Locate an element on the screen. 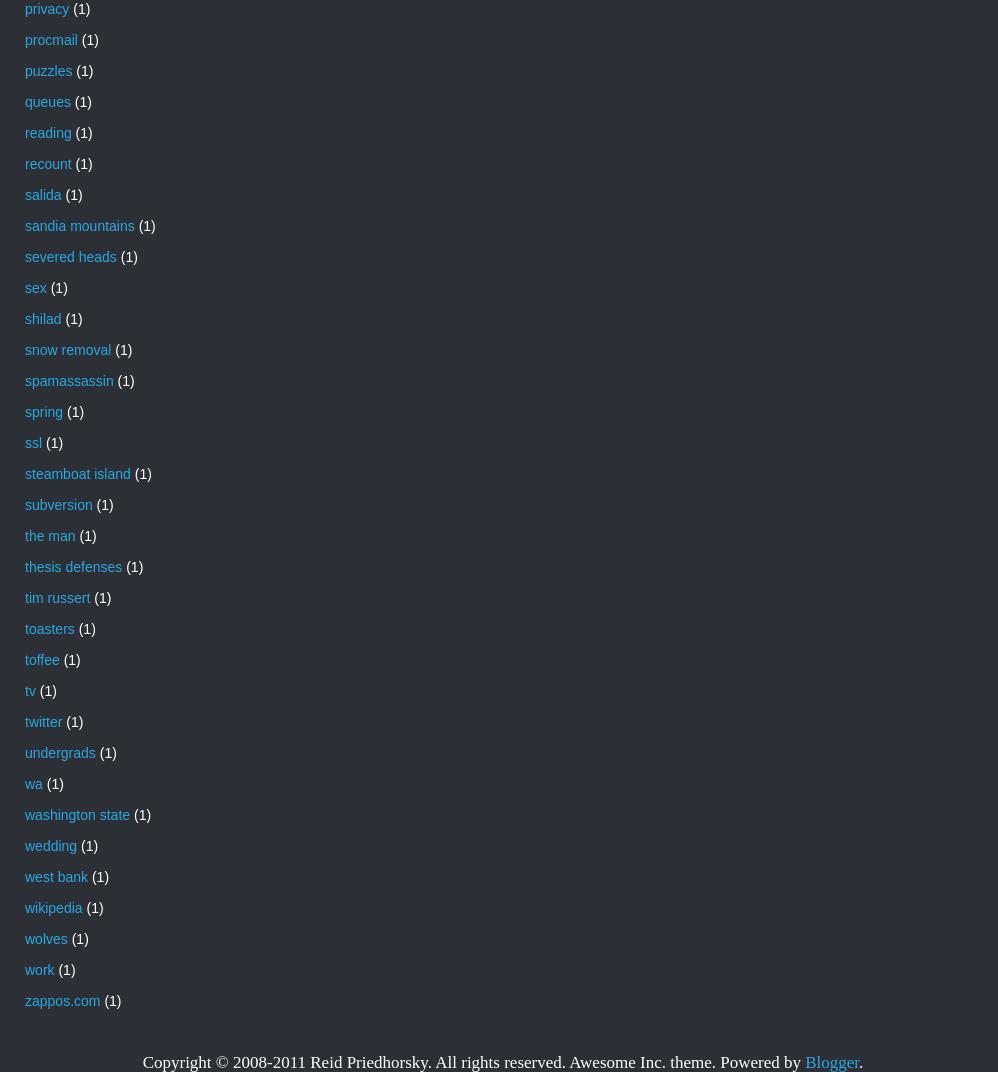 This screenshot has width=998, height=1072. 'Copyright © 2008-2011 Reid Priedhorsky. All rights reserved. Awesome Inc. theme. Powered by' is located at coordinates (472, 1061).